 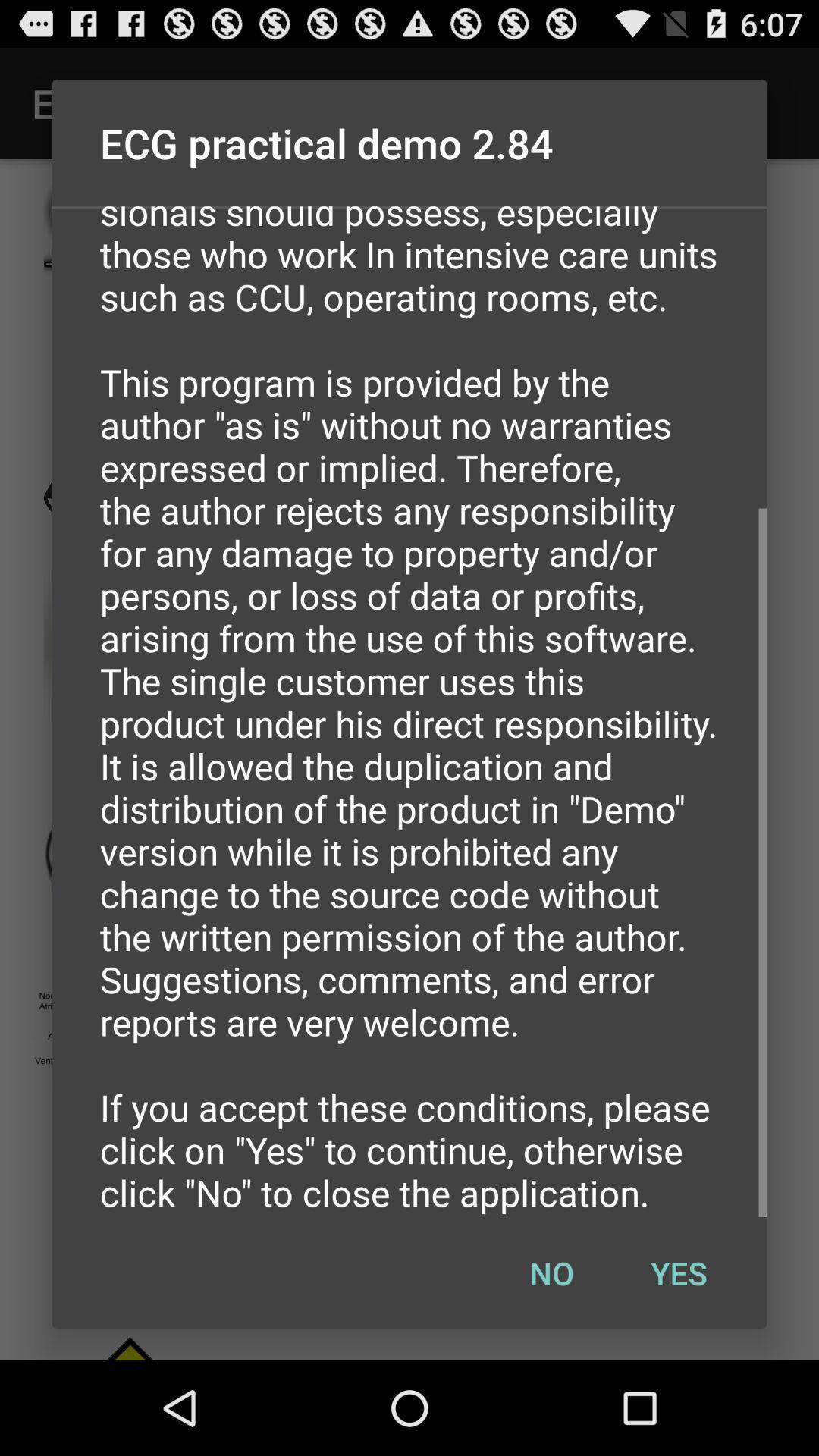 I want to click on the item below kapelis aristidis 2014, so click(x=551, y=1272).